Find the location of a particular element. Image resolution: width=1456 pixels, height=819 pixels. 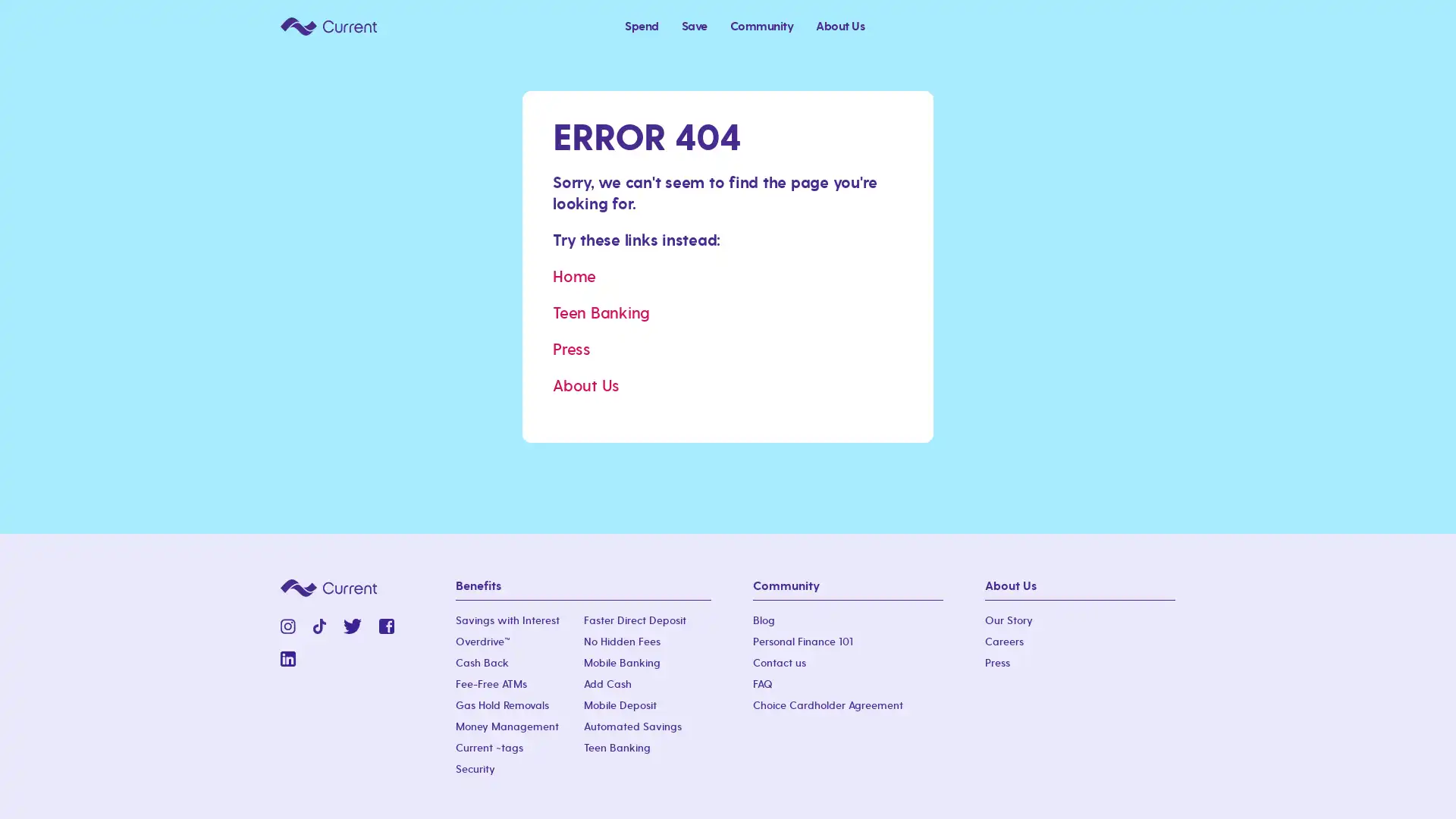

Press is located at coordinates (997, 663).